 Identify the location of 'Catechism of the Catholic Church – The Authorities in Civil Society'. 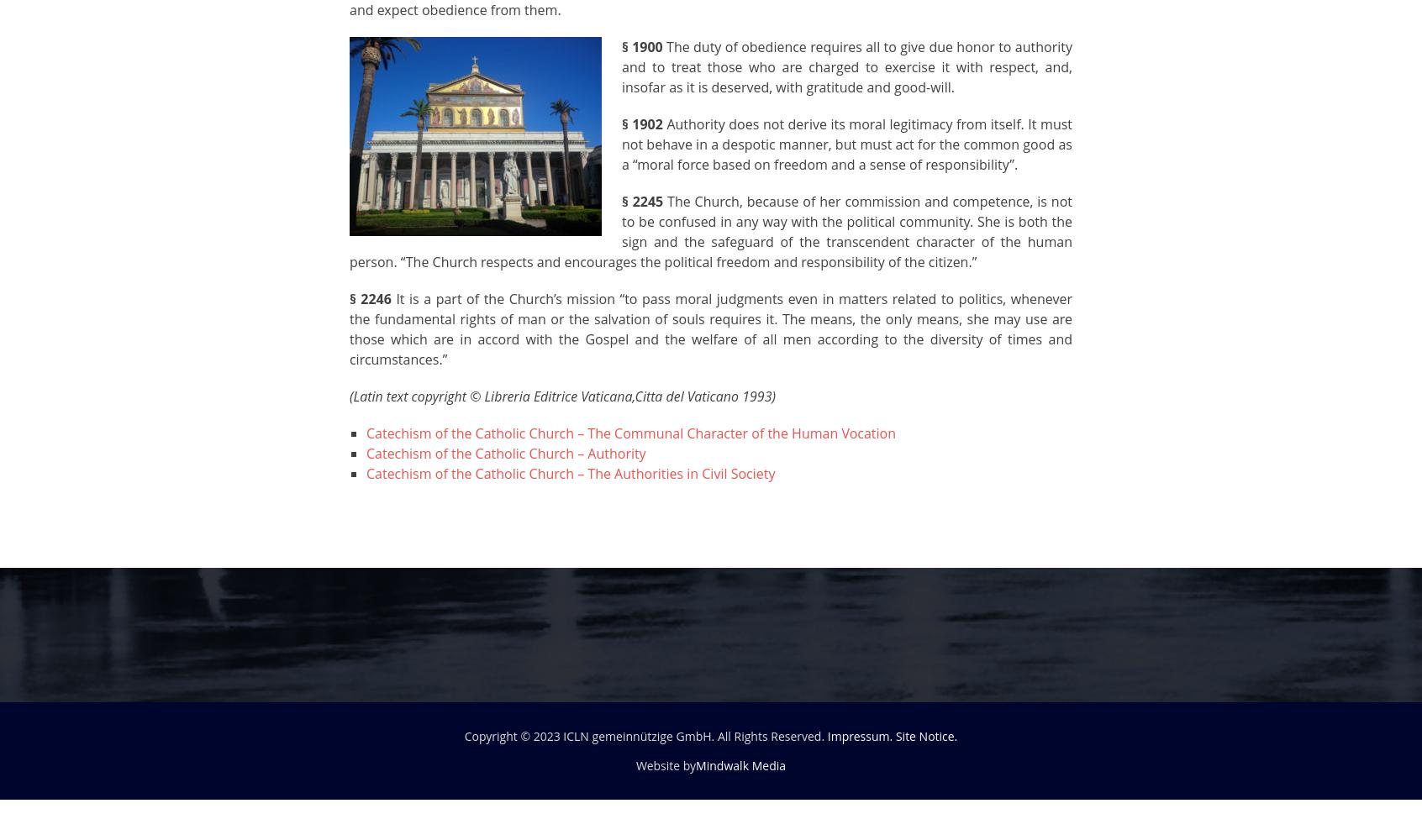
(570, 473).